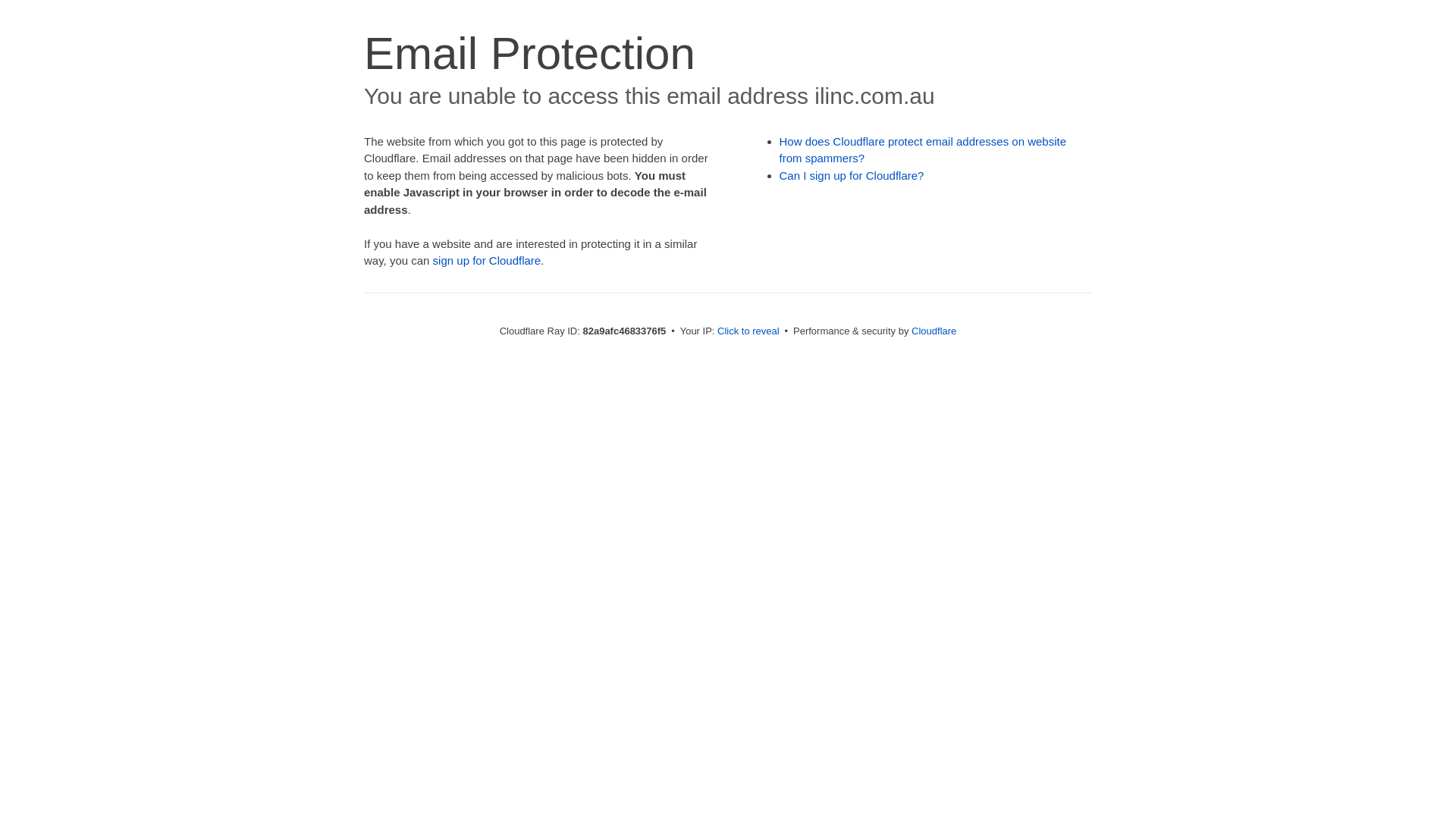 The height and width of the screenshot is (819, 1456). Describe the element at coordinates (487, 259) in the screenshot. I see `'sign up for Cloudflare'` at that location.